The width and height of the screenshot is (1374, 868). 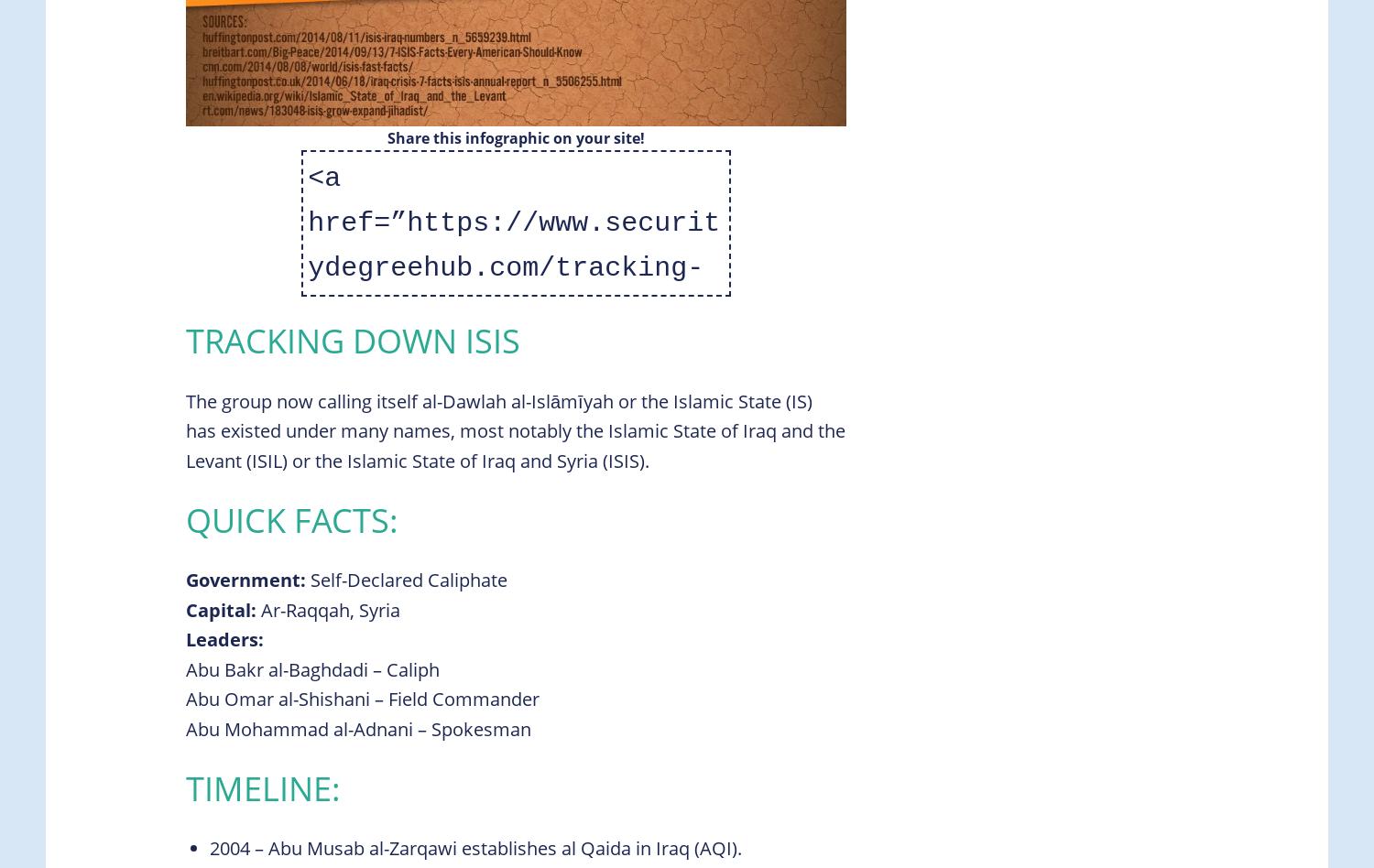 What do you see at coordinates (475, 847) in the screenshot?
I see `'2004 – Abu Musab al-Zarqawi establishes al Qaida in Iraq (AQI).'` at bounding box center [475, 847].